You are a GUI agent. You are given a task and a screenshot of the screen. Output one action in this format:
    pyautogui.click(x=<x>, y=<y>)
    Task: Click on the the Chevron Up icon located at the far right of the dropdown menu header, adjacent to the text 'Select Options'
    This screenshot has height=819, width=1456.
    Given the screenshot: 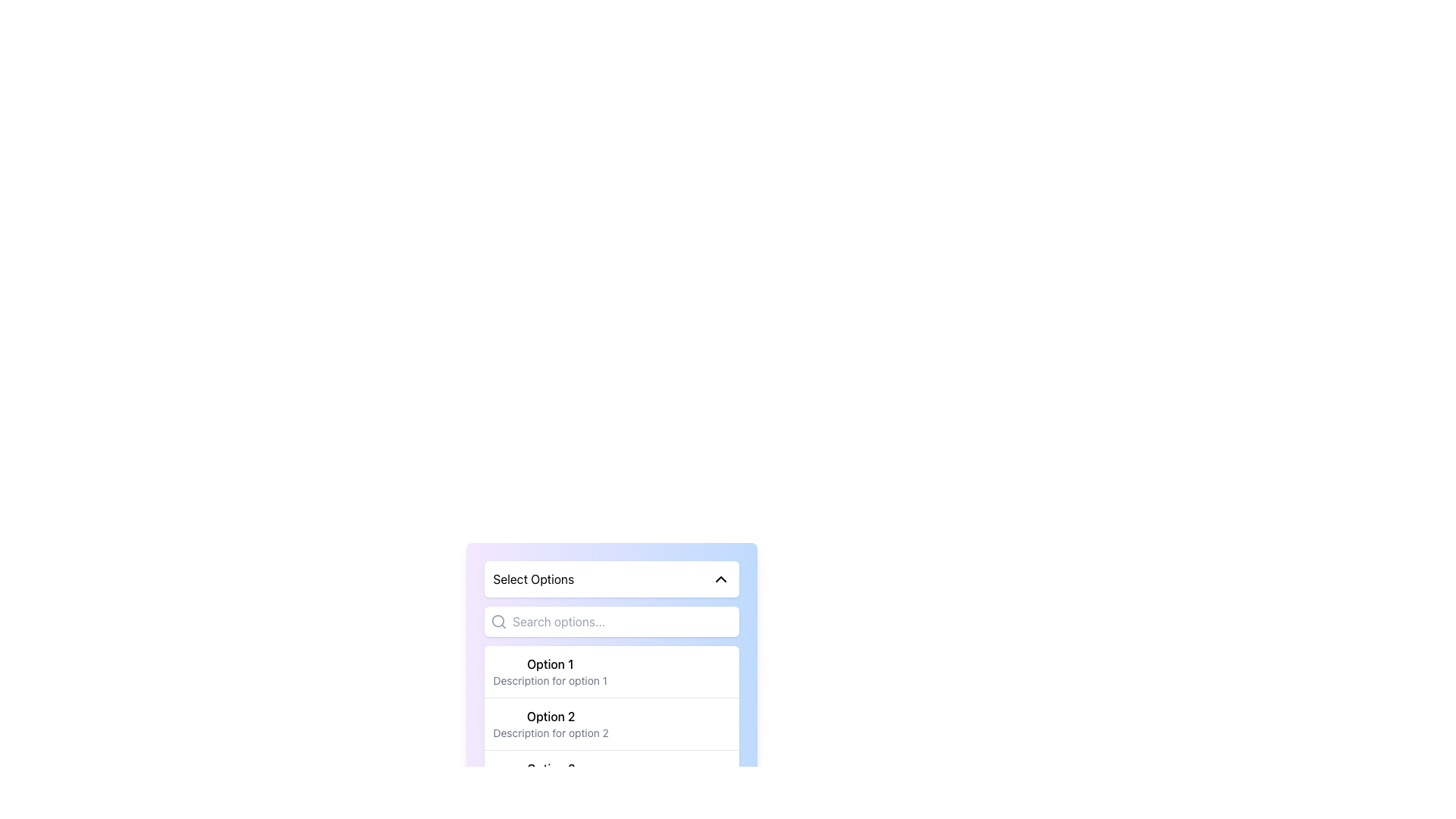 What is the action you would take?
    pyautogui.click(x=720, y=579)
    